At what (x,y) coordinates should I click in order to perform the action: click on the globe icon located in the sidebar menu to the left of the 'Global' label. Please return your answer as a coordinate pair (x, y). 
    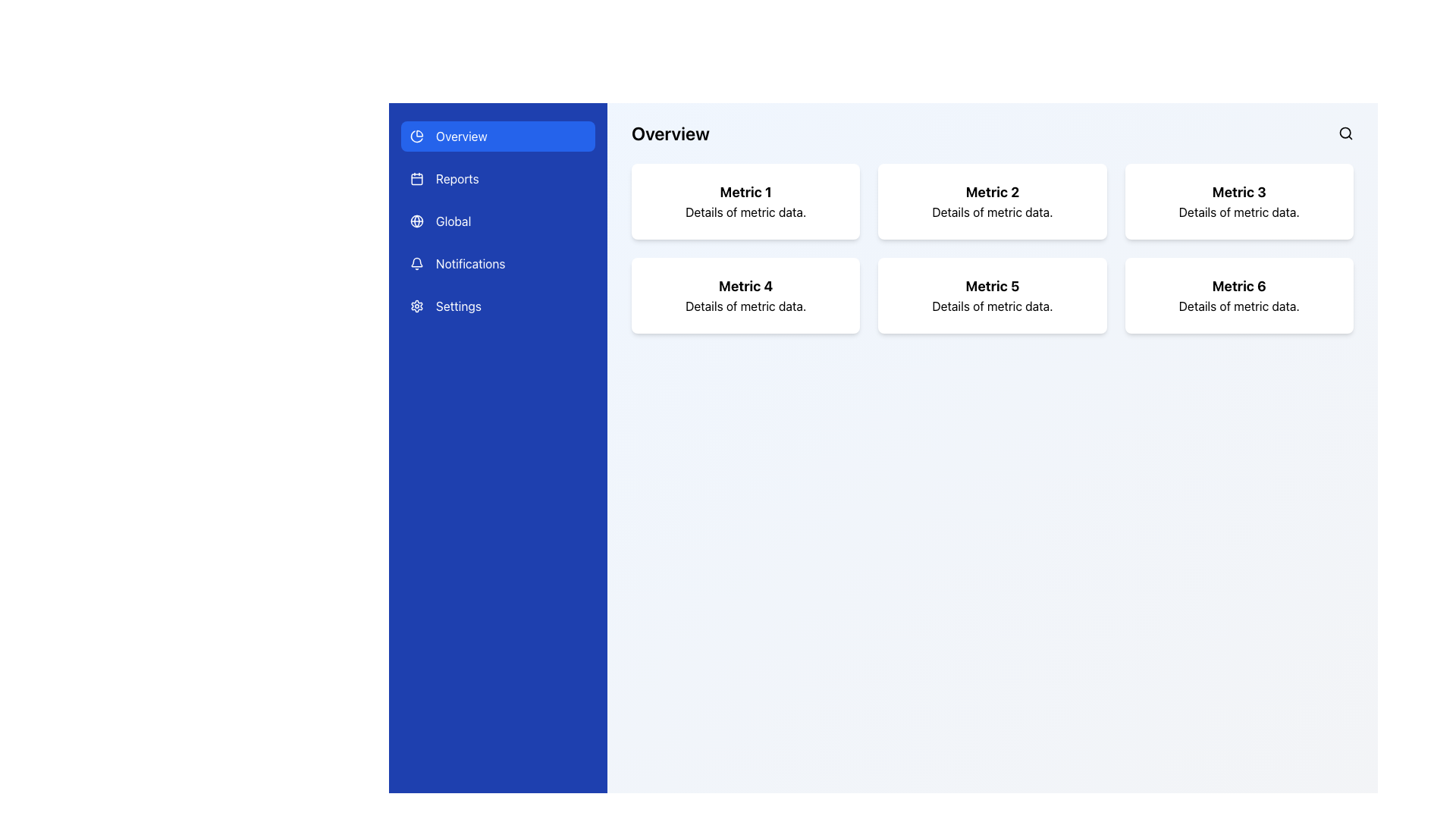
    Looking at the image, I should click on (417, 221).